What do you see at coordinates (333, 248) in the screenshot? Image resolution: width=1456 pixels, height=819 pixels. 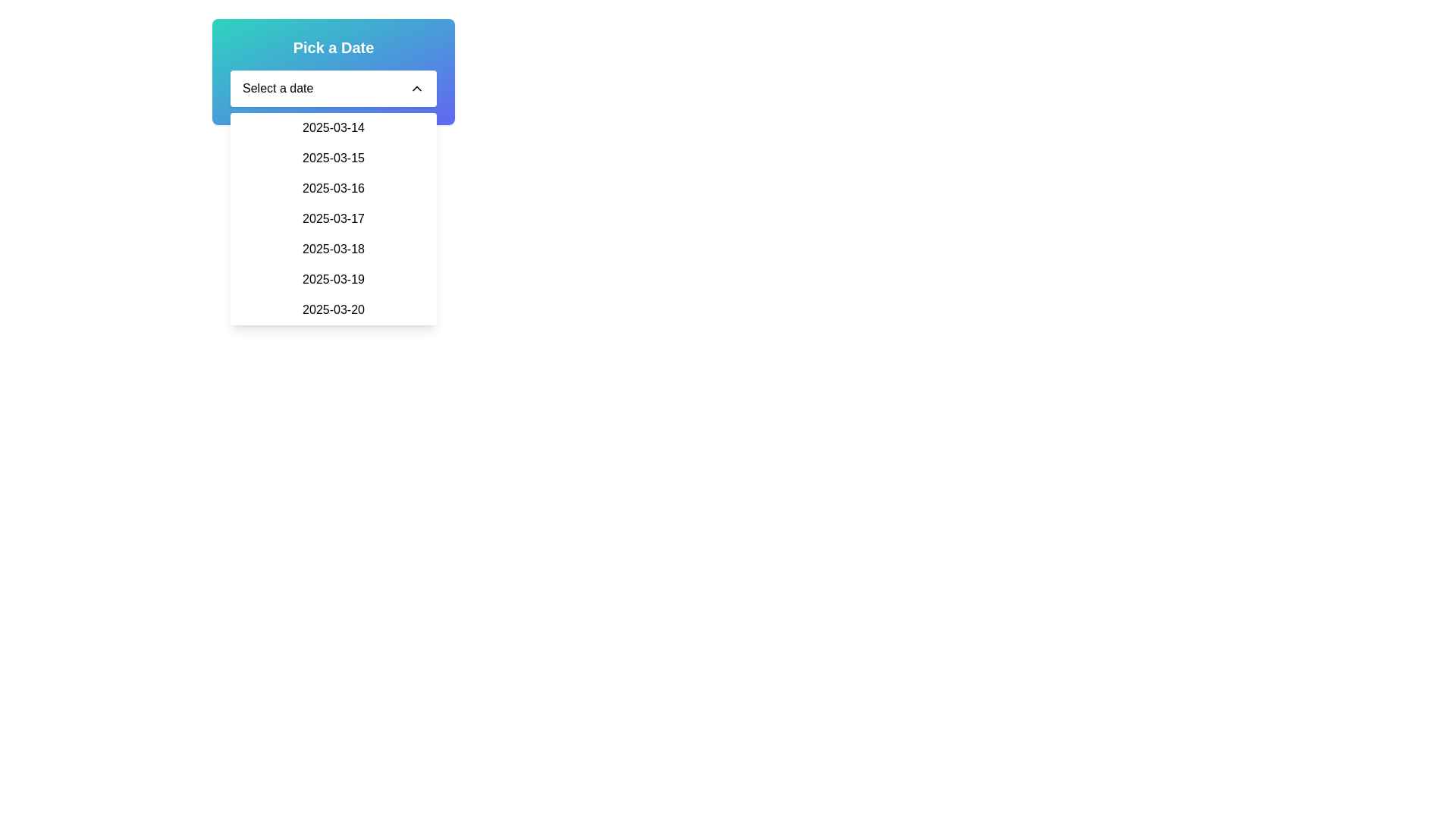 I see `the list item displaying the date '2025-03-18' in the dropdown menu` at bounding box center [333, 248].